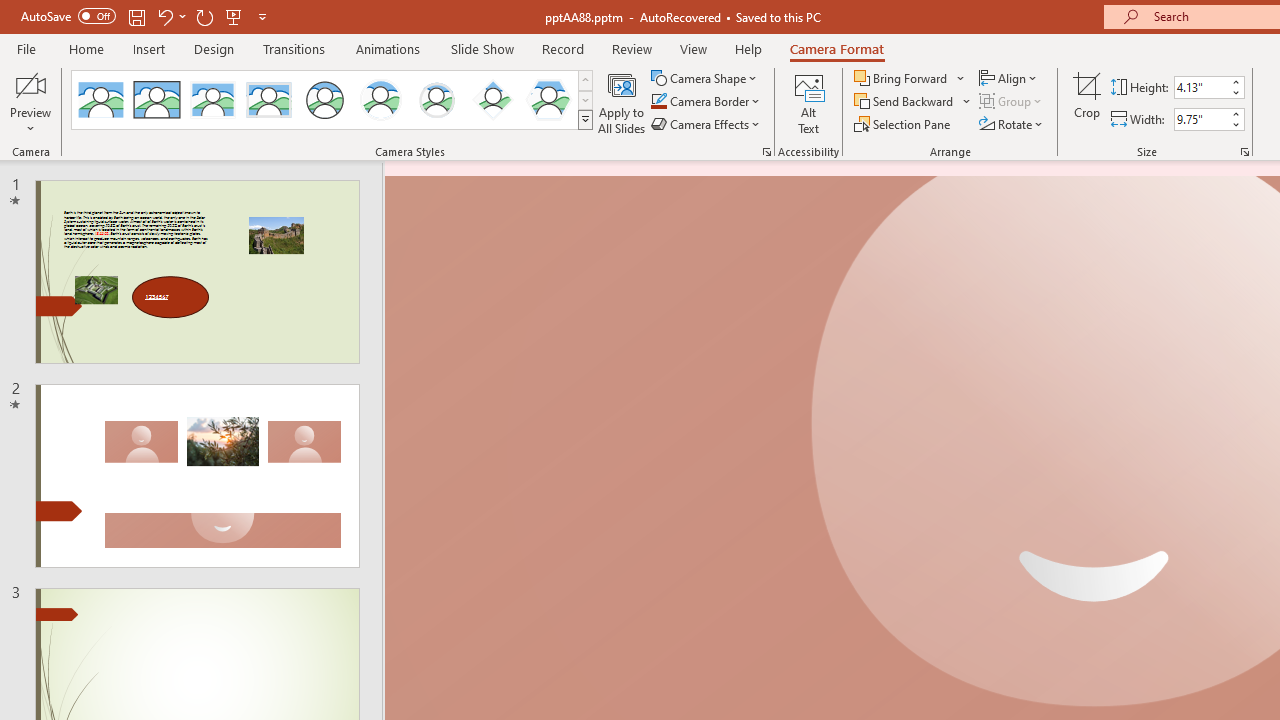  I want to click on 'Center Shadow Circle', so click(381, 100).